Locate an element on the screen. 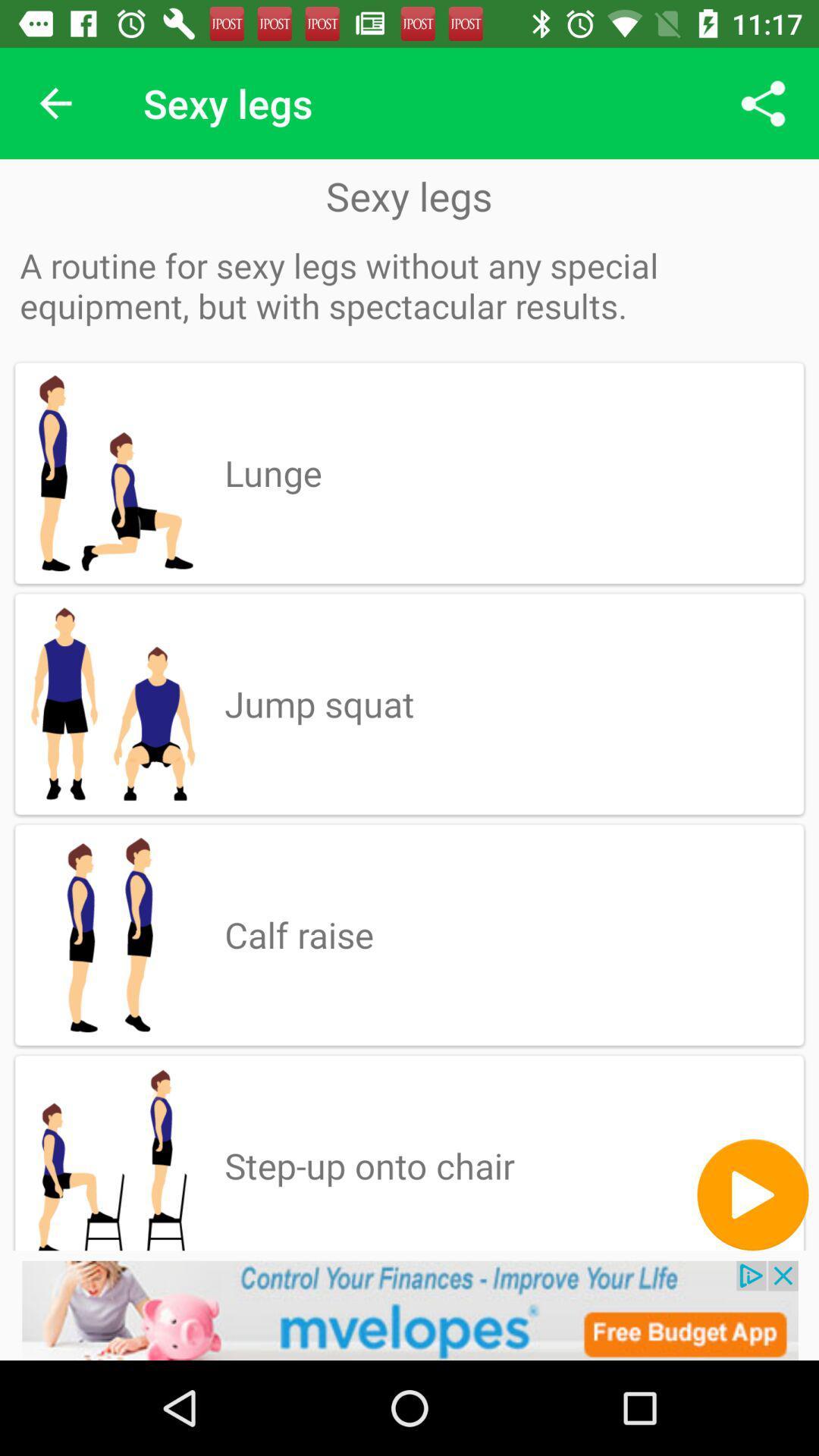 The width and height of the screenshot is (819, 1456). the play icon is located at coordinates (752, 1194).